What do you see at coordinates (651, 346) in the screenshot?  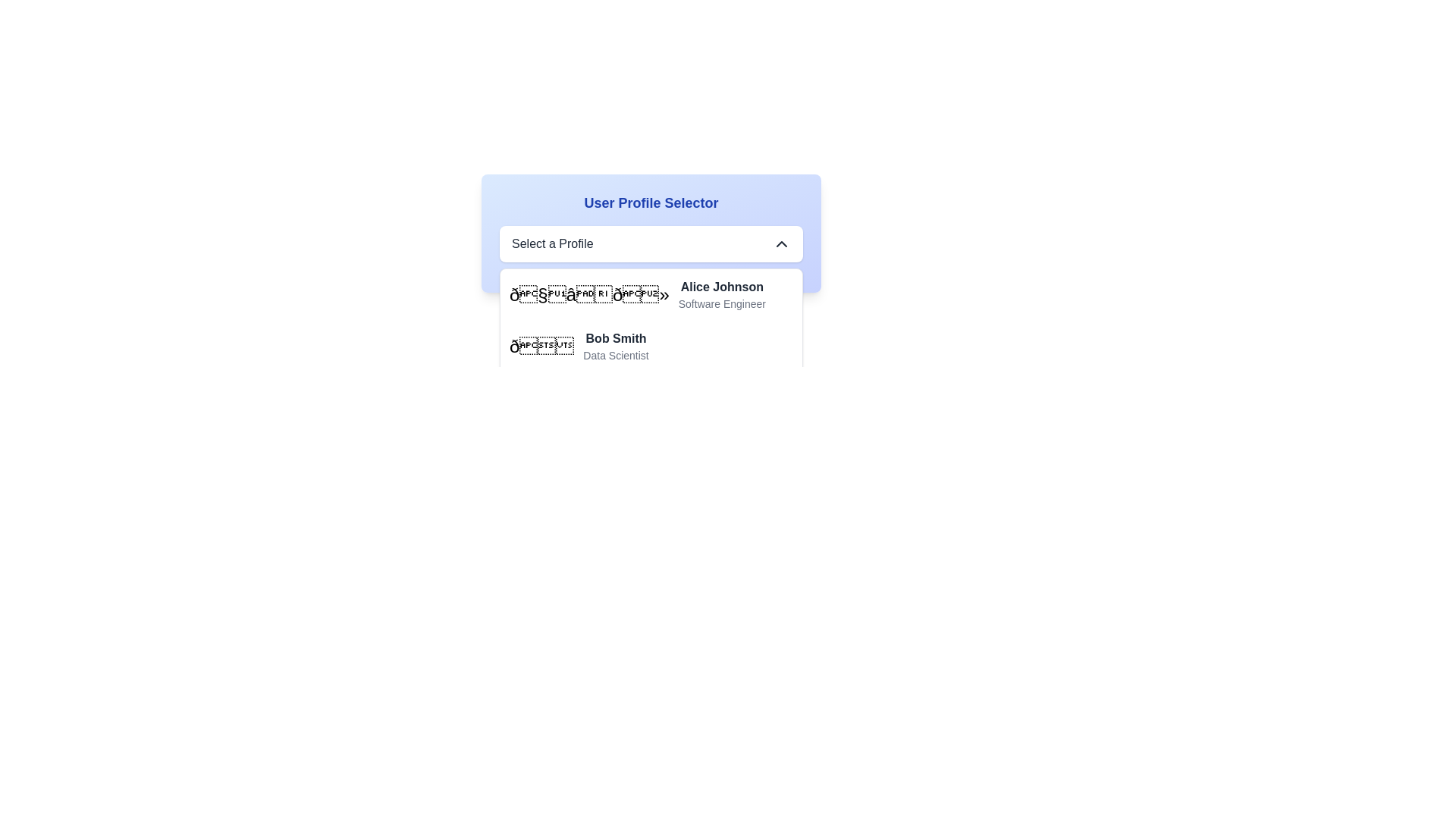 I see `the selectable profile item 'Bob Smith' in the dropdown list` at bounding box center [651, 346].